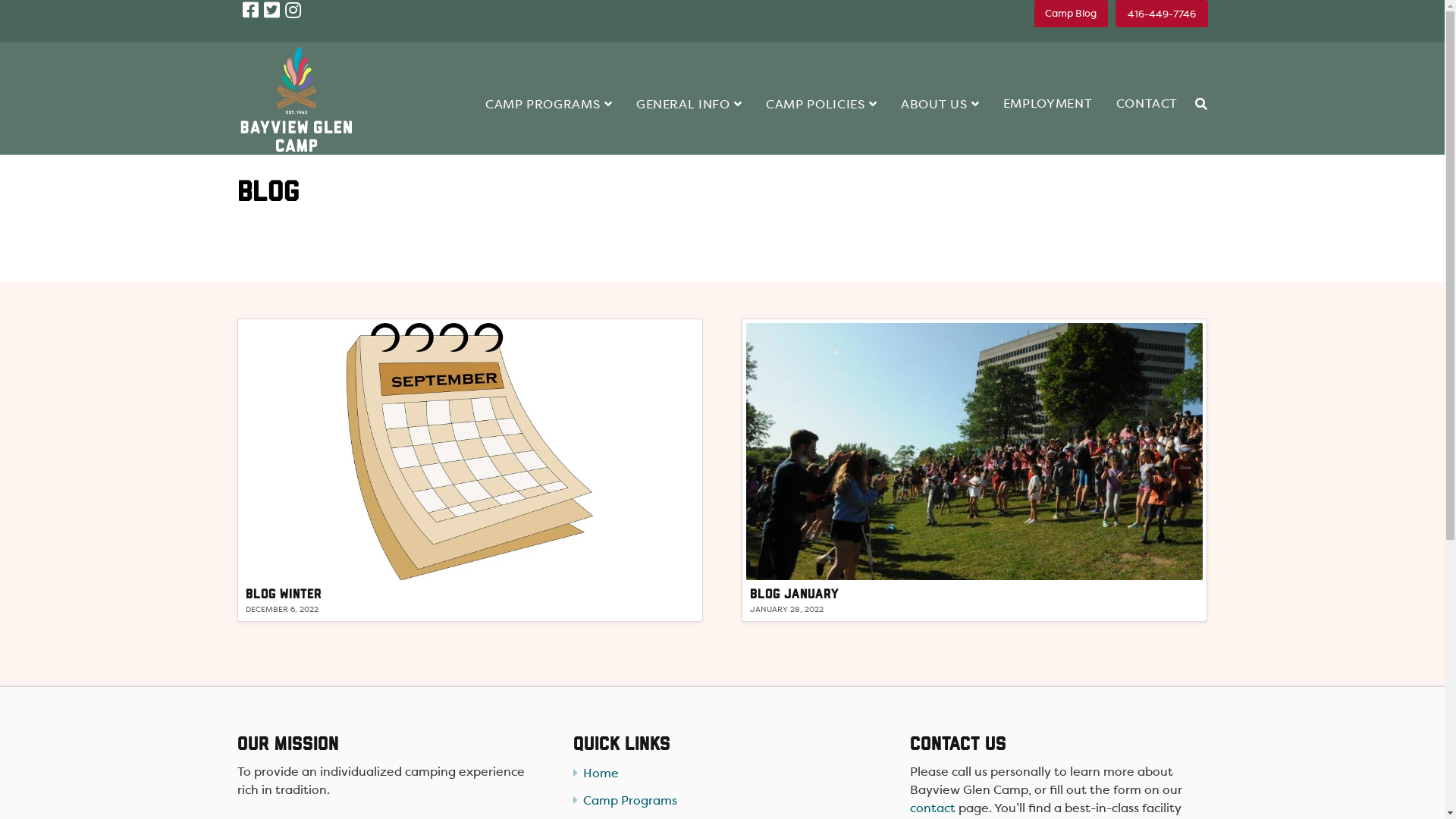 The width and height of the screenshot is (1456, 819). Describe the element at coordinates (484, 76) in the screenshot. I see `'CAMP PROGRAMS'` at that location.